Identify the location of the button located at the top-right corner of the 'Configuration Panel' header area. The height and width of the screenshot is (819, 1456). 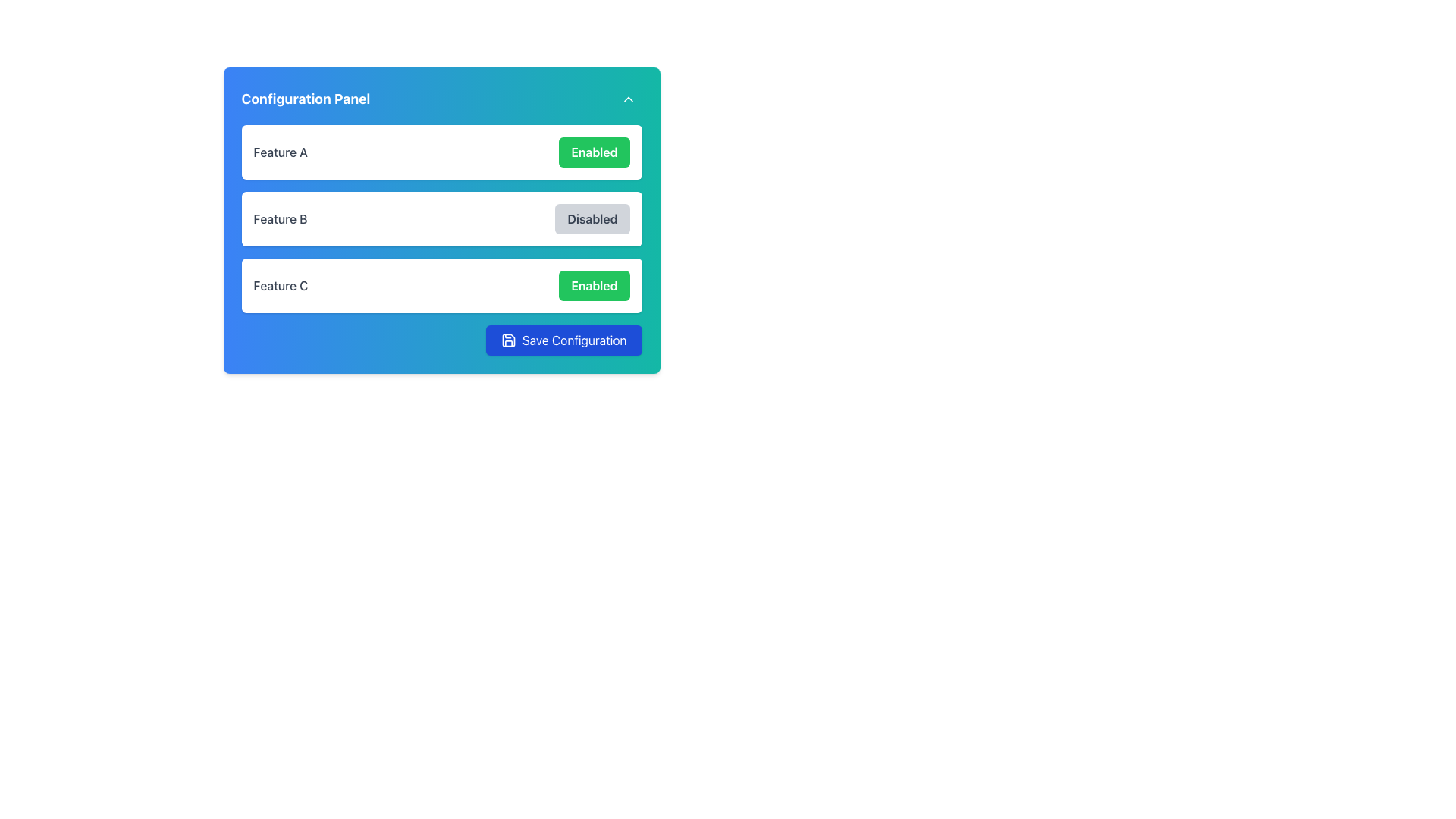
(628, 99).